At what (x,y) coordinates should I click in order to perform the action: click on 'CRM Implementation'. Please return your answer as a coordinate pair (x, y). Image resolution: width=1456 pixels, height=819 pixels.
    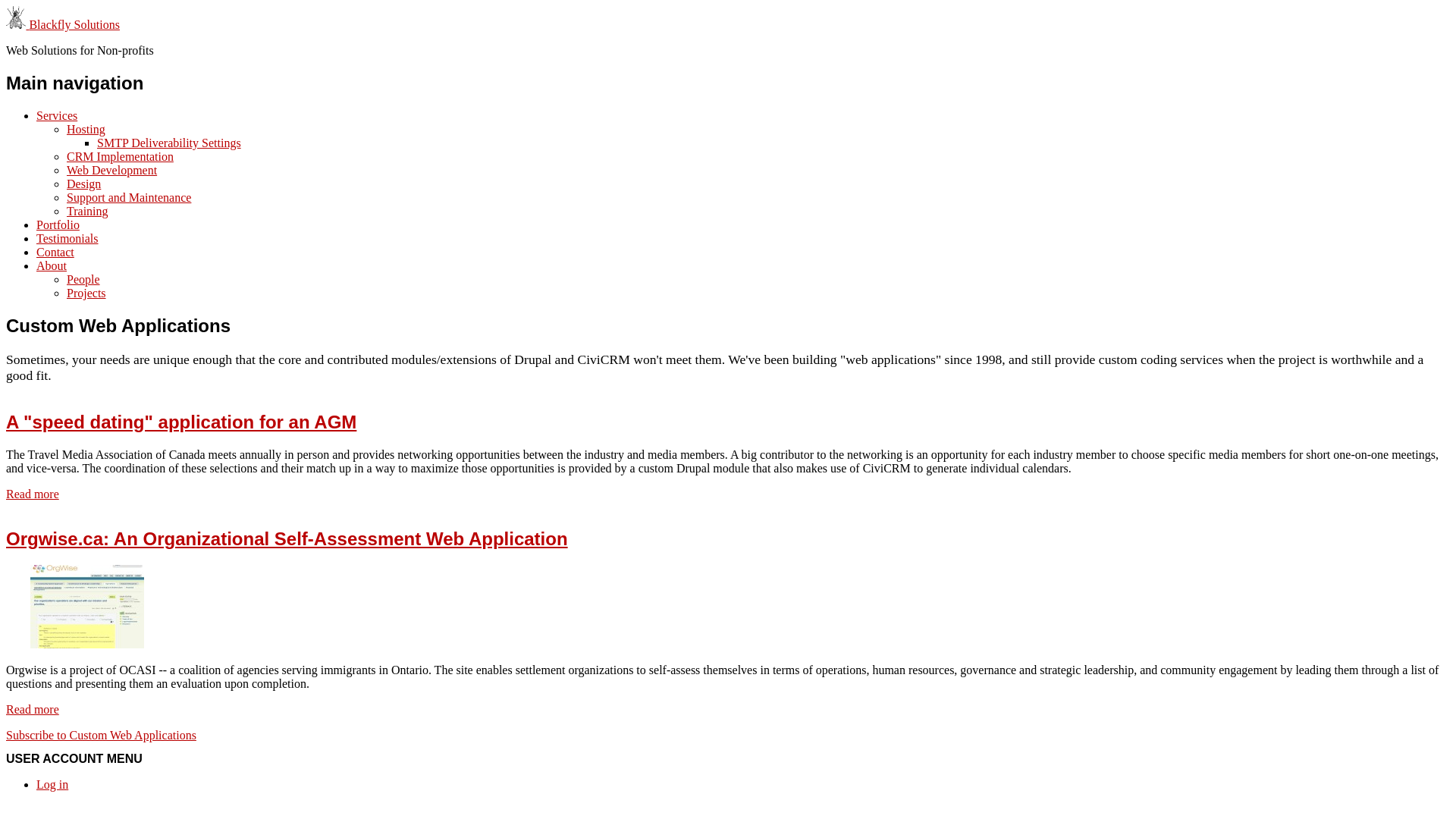
    Looking at the image, I should click on (119, 156).